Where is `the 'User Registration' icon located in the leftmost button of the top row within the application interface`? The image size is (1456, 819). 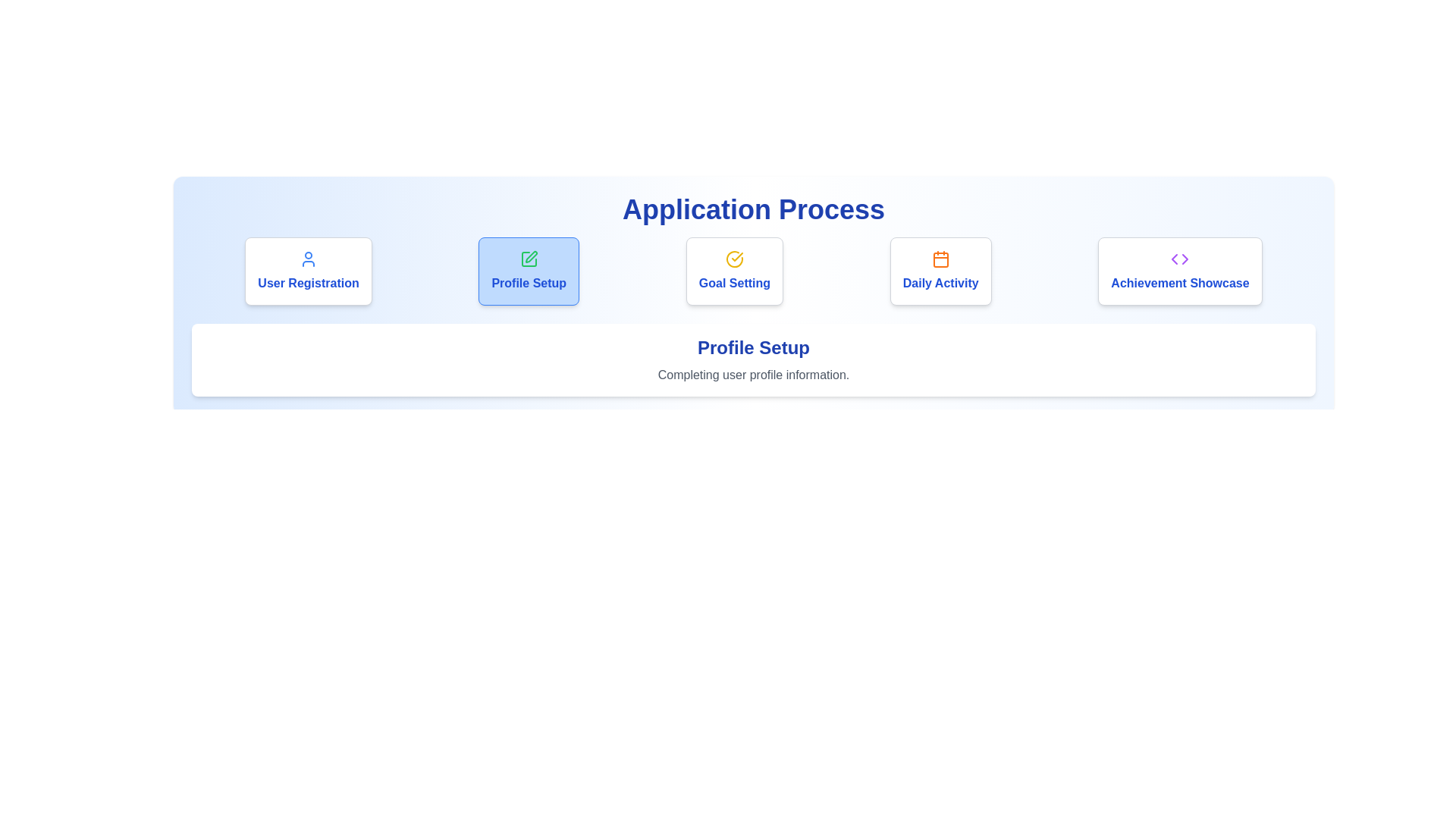
the 'User Registration' icon located in the leftmost button of the top row within the application interface is located at coordinates (308, 259).